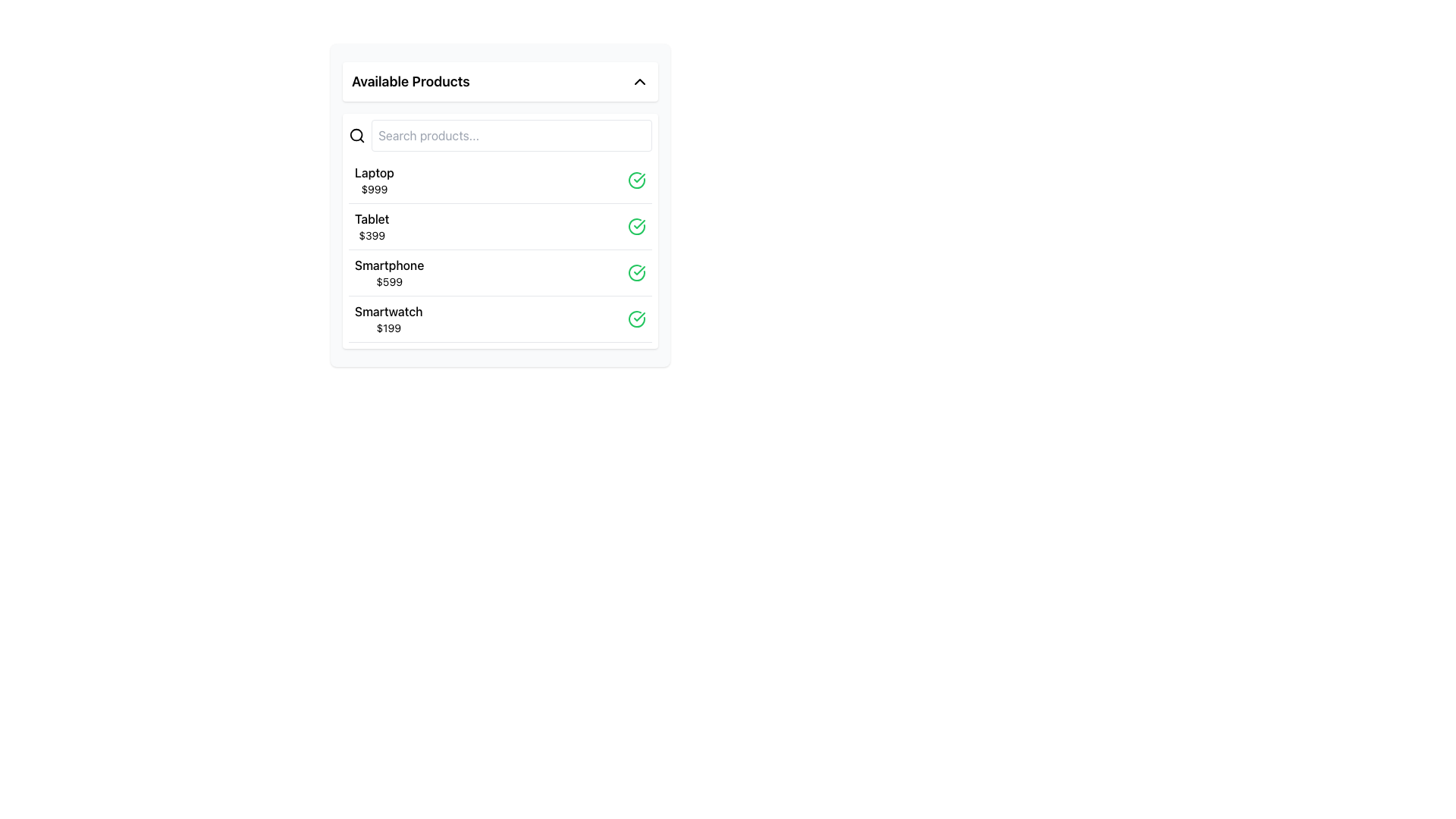 Image resolution: width=1456 pixels, height=819 pixels. What do you see at coordinates (637, 180) in the screenshot?
I see `the confirmation icon for the 'Laptop' product priced at '$999', located on the far-right side of its row in the product list` at bounding box center [637, 180].